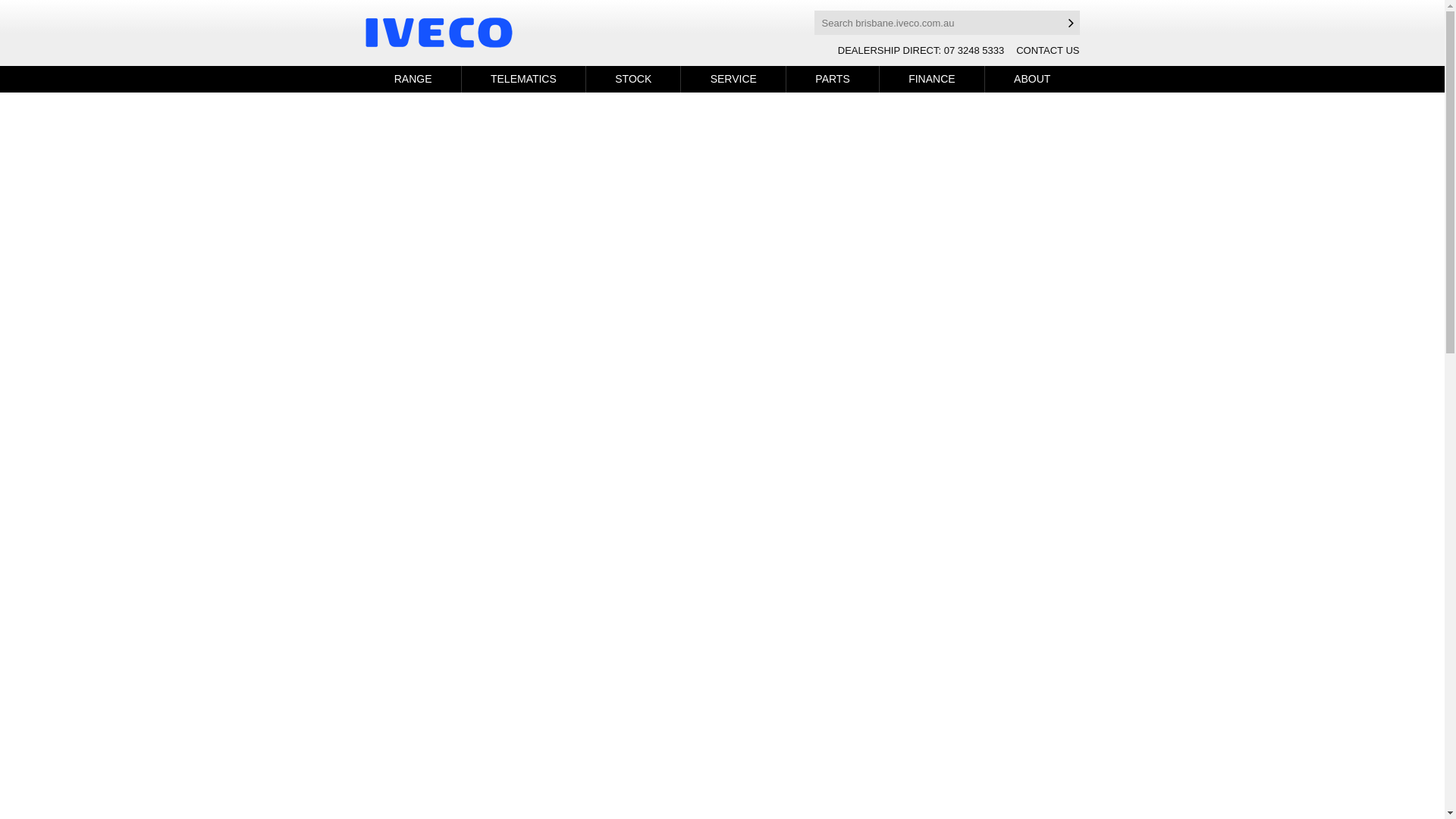 Image resolution: width=1456 pixels, height=819 pixels. What do you see at coordinates (1031, 79) in the screenshot?
I see `'ABOUT'` at bounding box center [1031, 79].